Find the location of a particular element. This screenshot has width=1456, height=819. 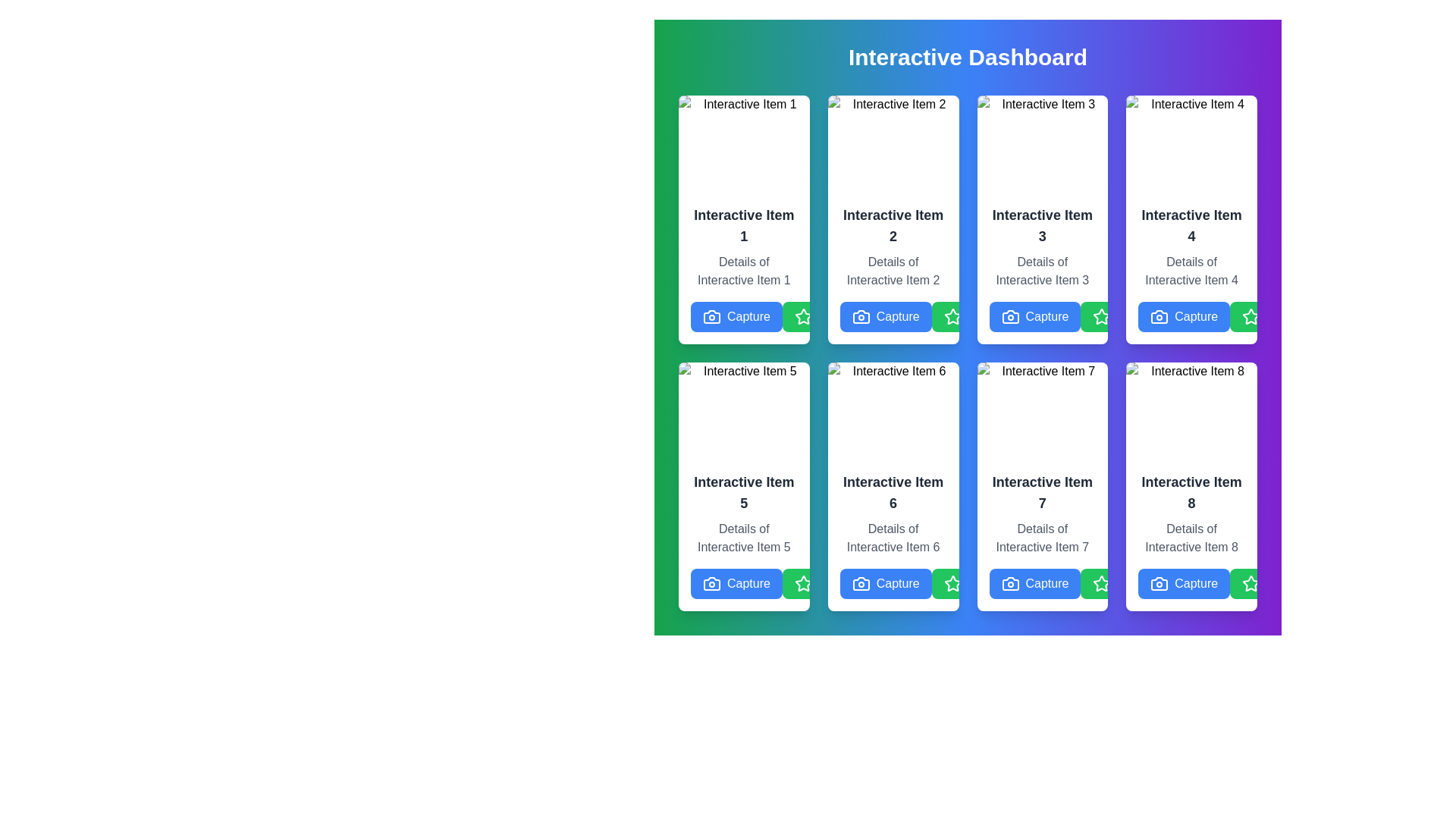

the star-shaped icon outlined in green, located within the 'Favorite' button at the bottom of 'Interactive Item 7', to favorite the item is located at coordinates (1102, 583).